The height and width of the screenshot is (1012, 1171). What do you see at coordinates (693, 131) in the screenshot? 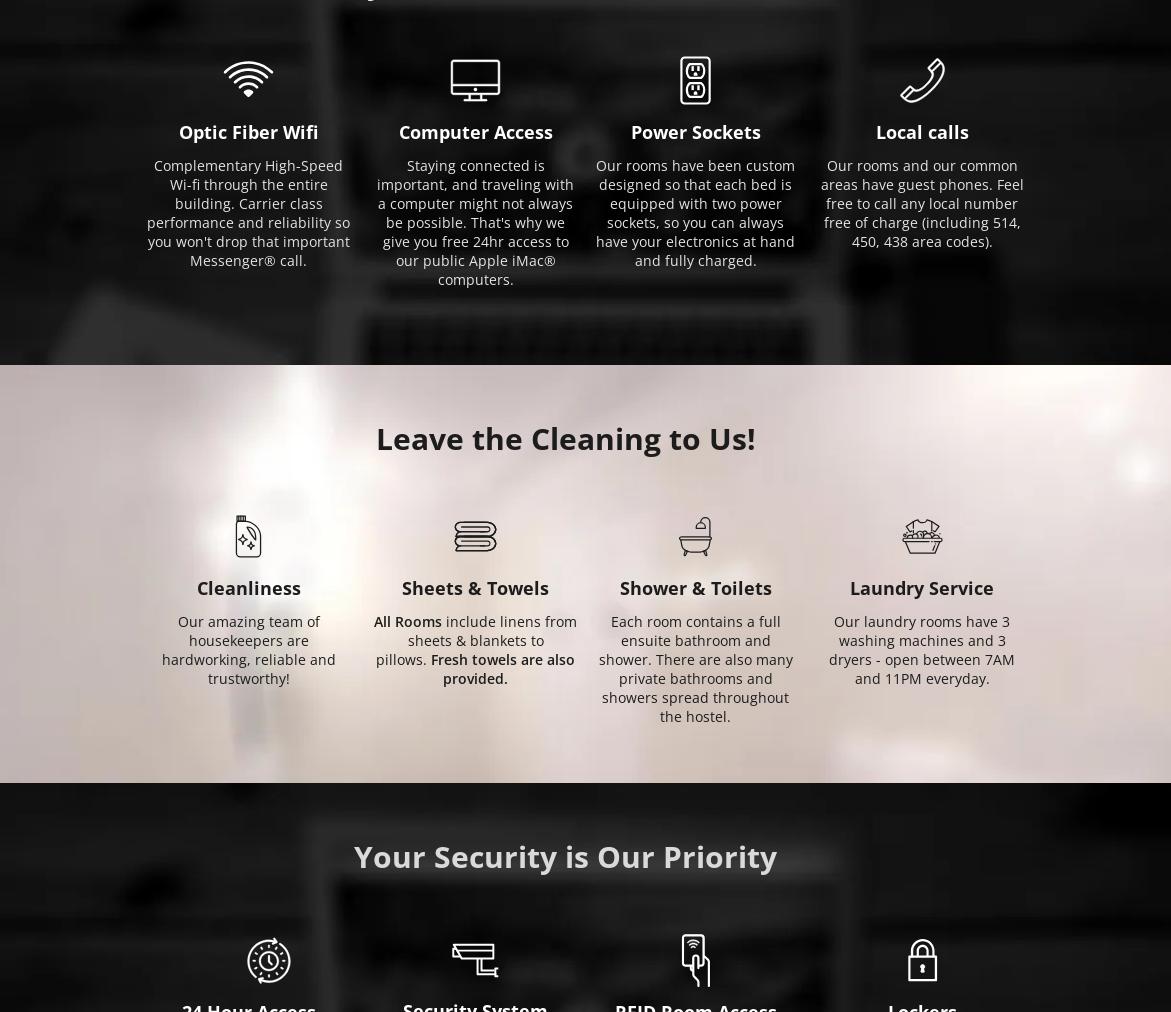
I see `'Power Sockets'` at bounding box center [693, 131].